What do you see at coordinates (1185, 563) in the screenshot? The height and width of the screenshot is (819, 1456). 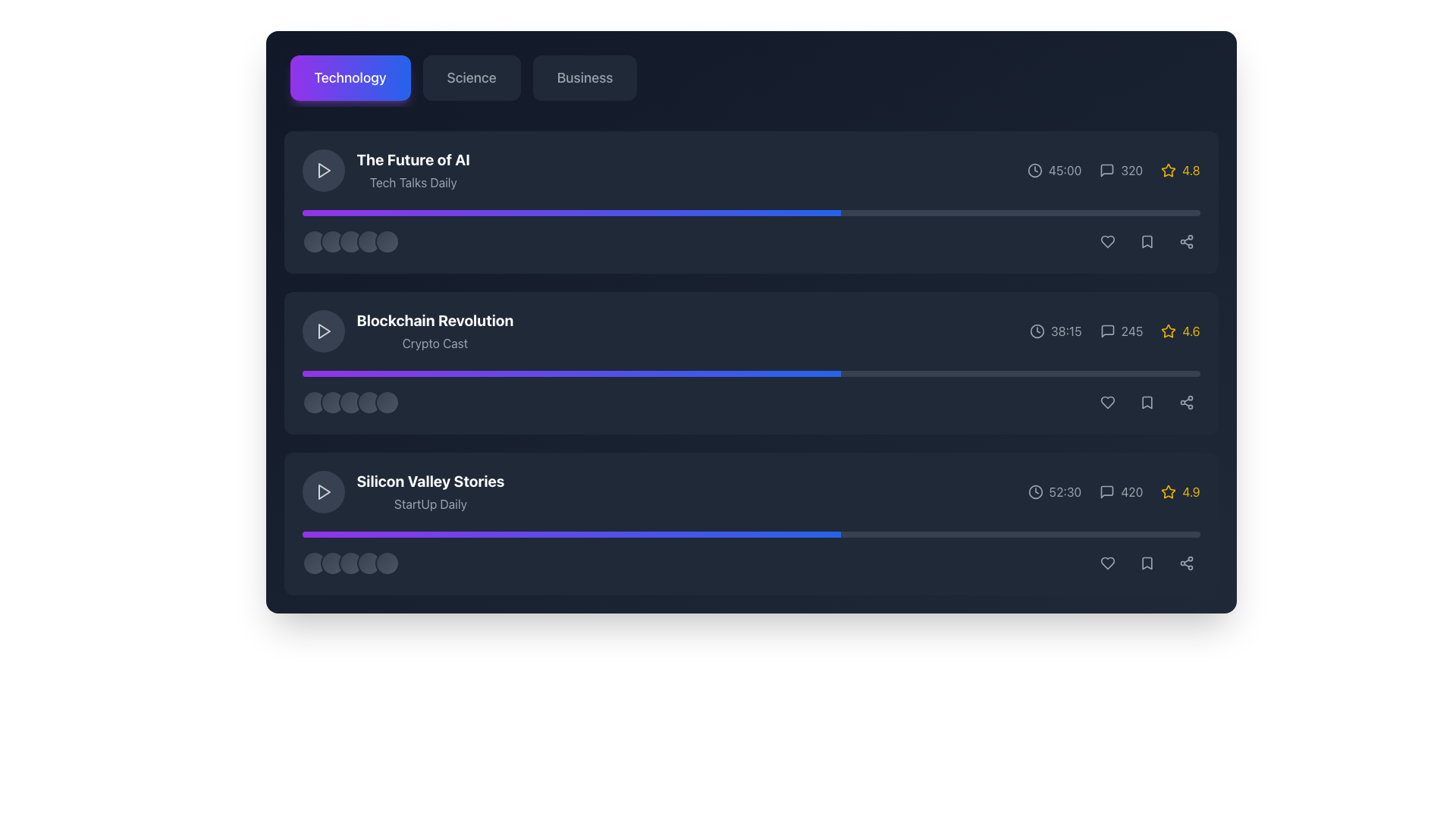 I see `the share button located at the far right of the row for 'Silicon Valley Stories'` at bounding box center [1185, 563].